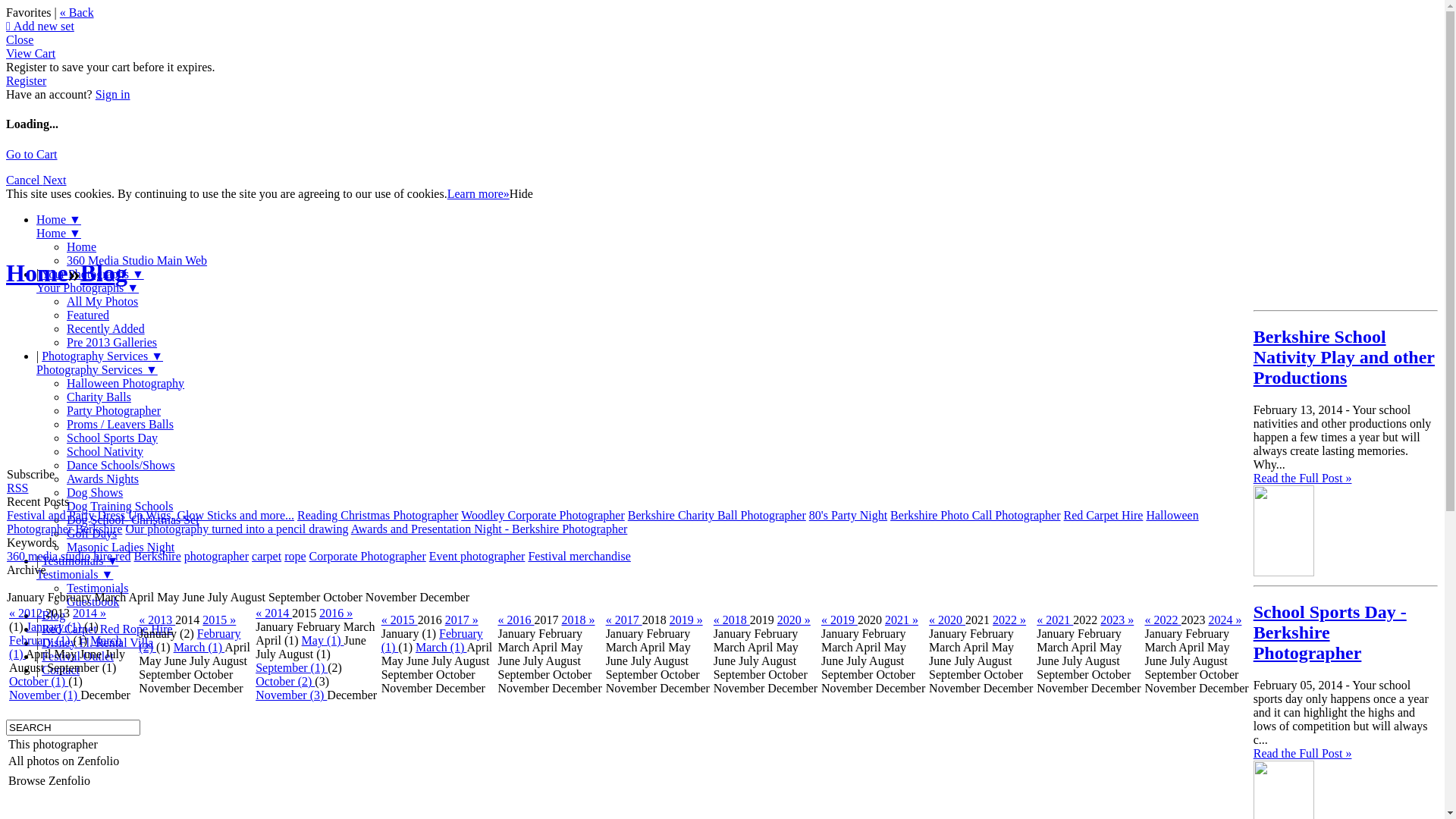 The width and height of the screenshot is (1456, 819). I want to click on 'November (1)', so click(44, 695).